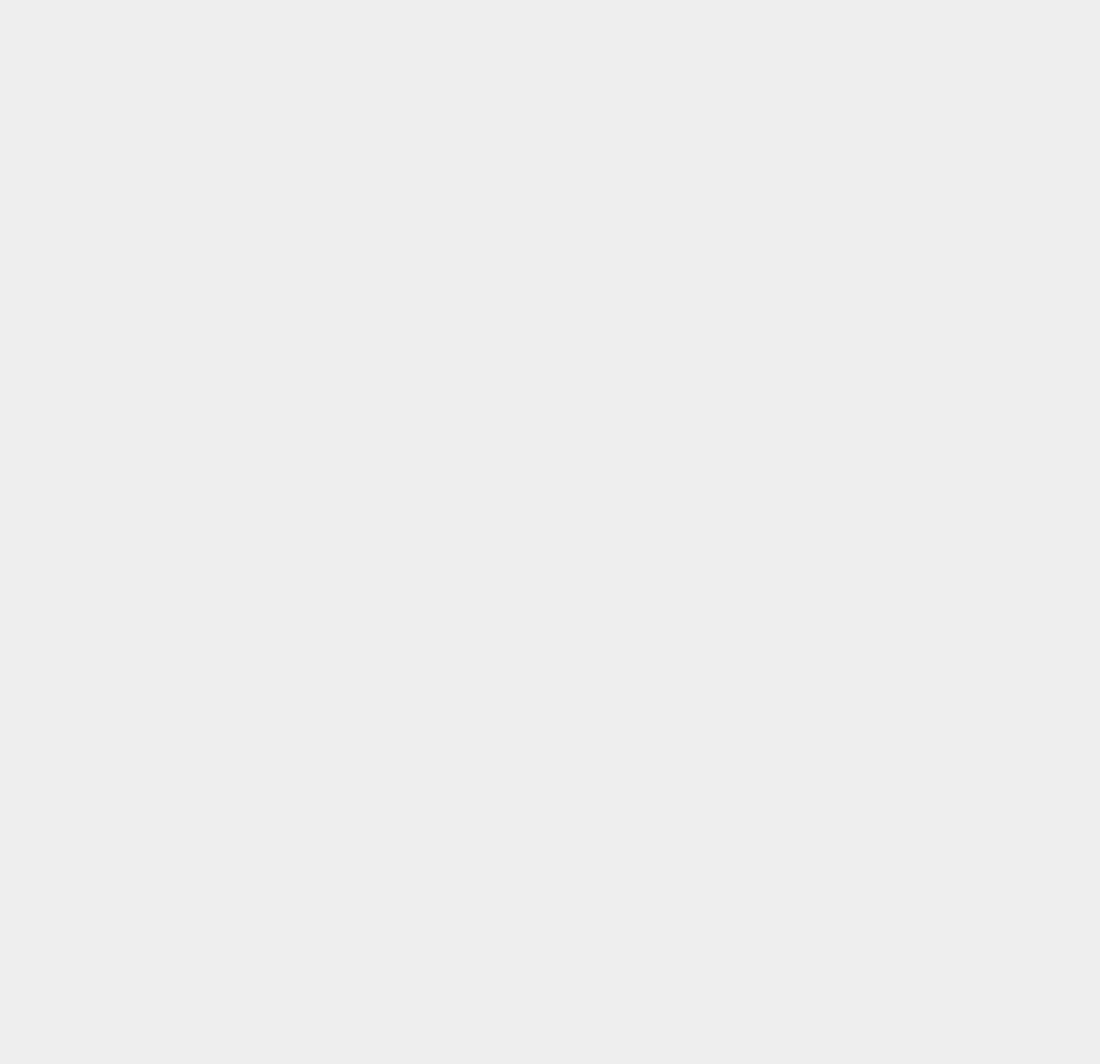 The width and height of the screenshot is (1100, 1064). Describe the element at coordinates (778, 195) in the screenshot. I see `'Swype'` at that location.